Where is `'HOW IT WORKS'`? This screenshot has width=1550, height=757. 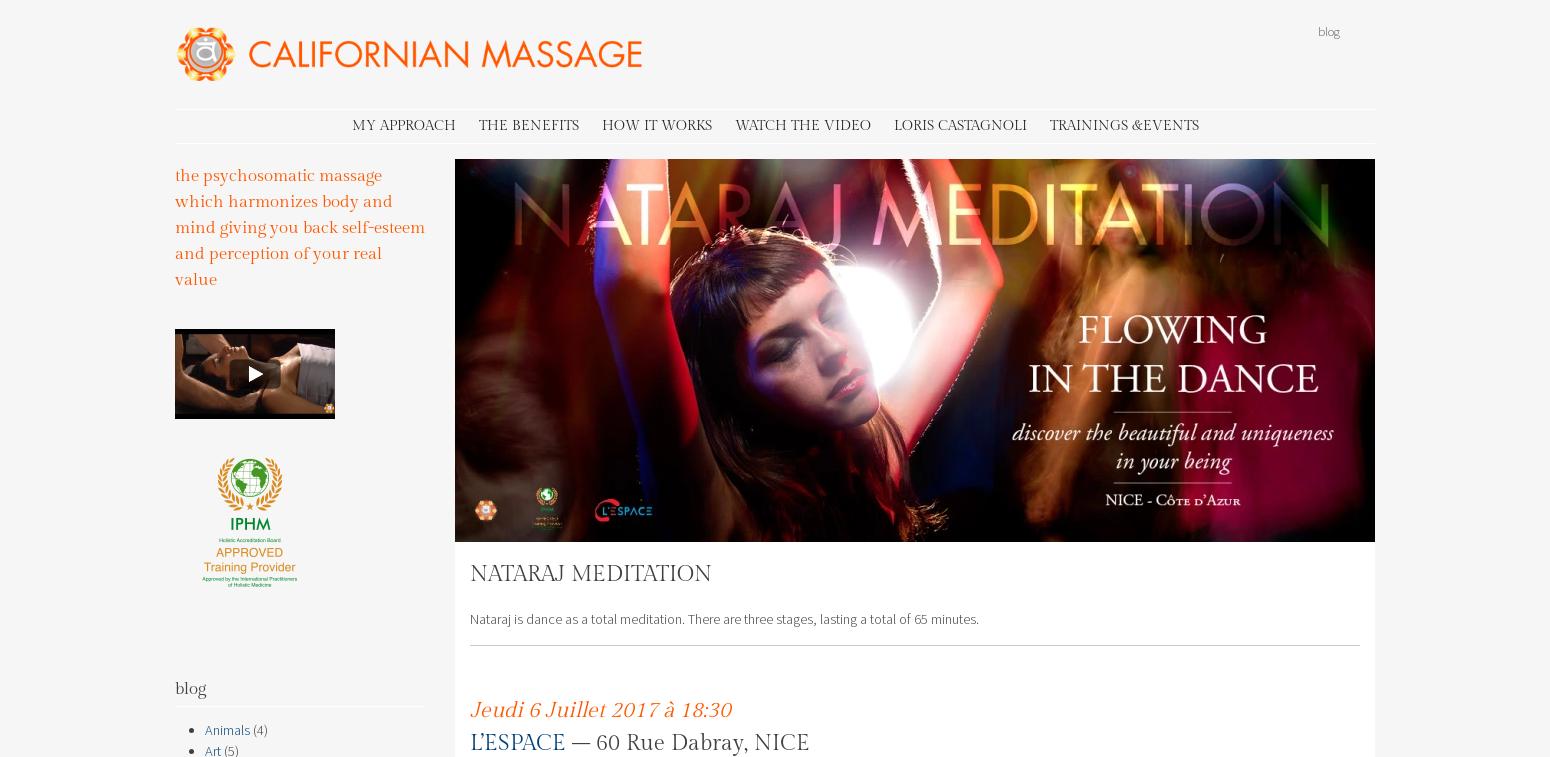 'HOW IT WORKS' is located at coordinates (654, 123).